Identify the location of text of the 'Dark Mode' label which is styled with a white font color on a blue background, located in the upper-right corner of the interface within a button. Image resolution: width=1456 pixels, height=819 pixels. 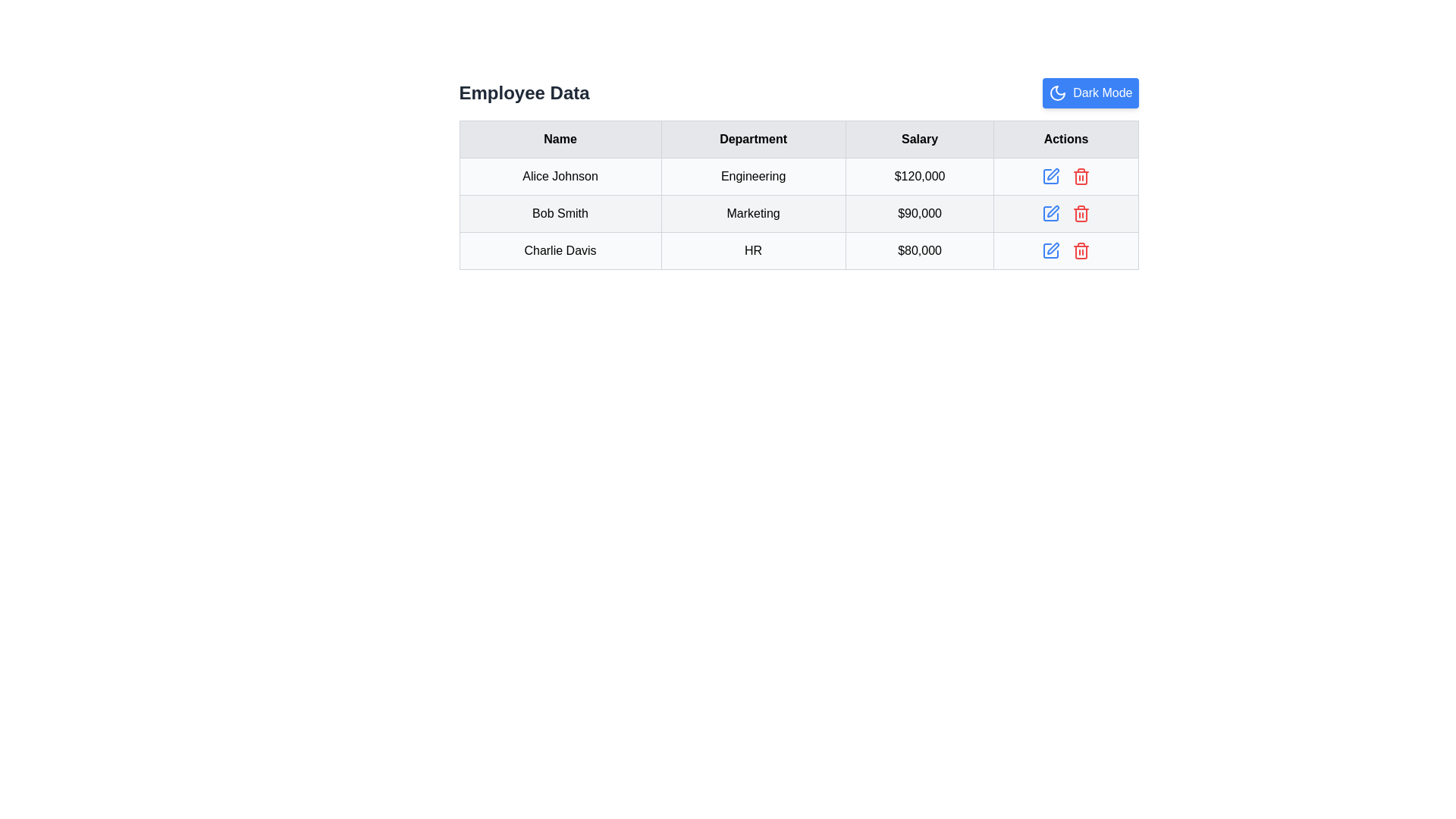
(1103, 93).